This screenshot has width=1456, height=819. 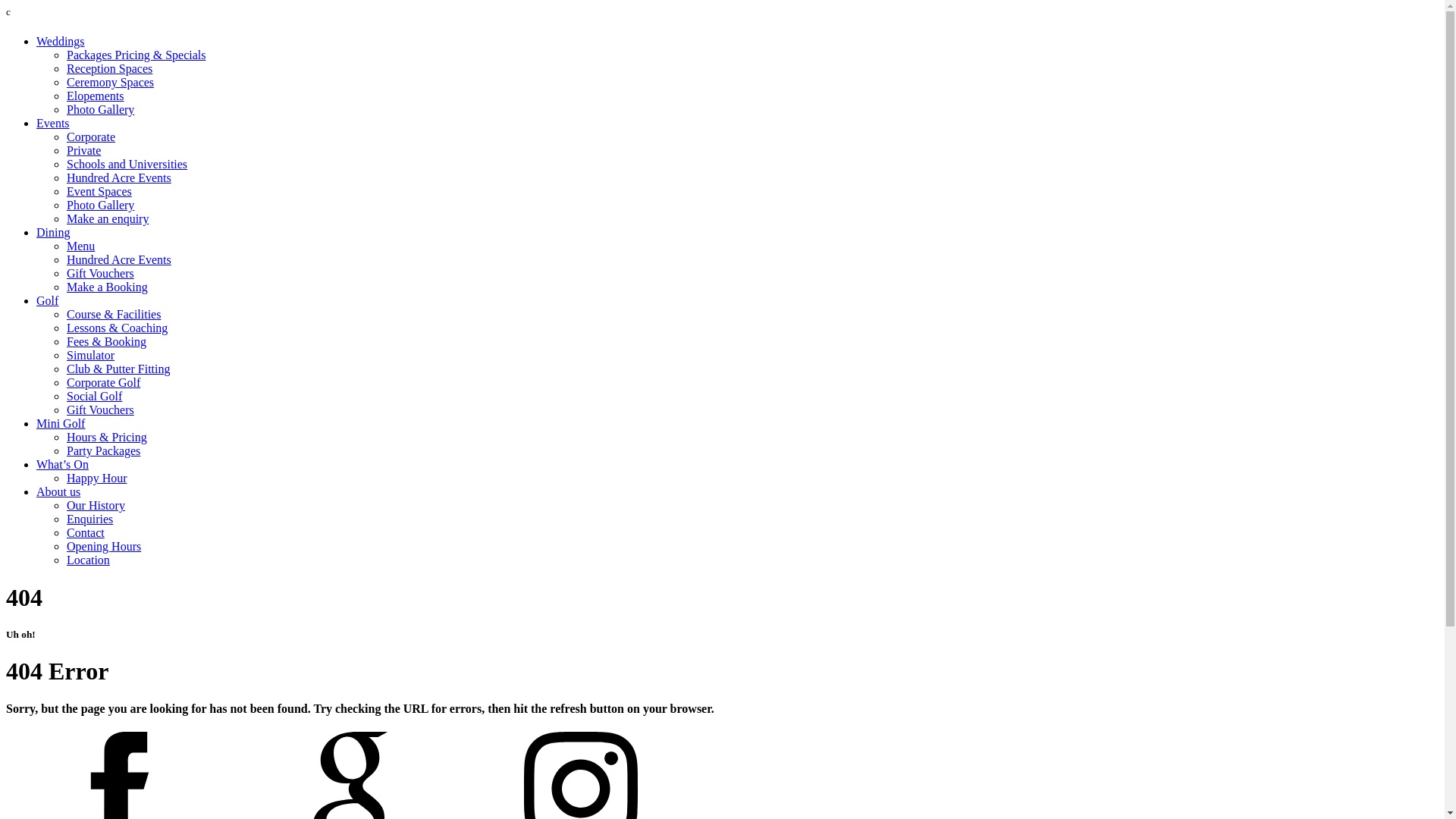 I want to click on 'Course & Facilities', so click(x=112, y=313).